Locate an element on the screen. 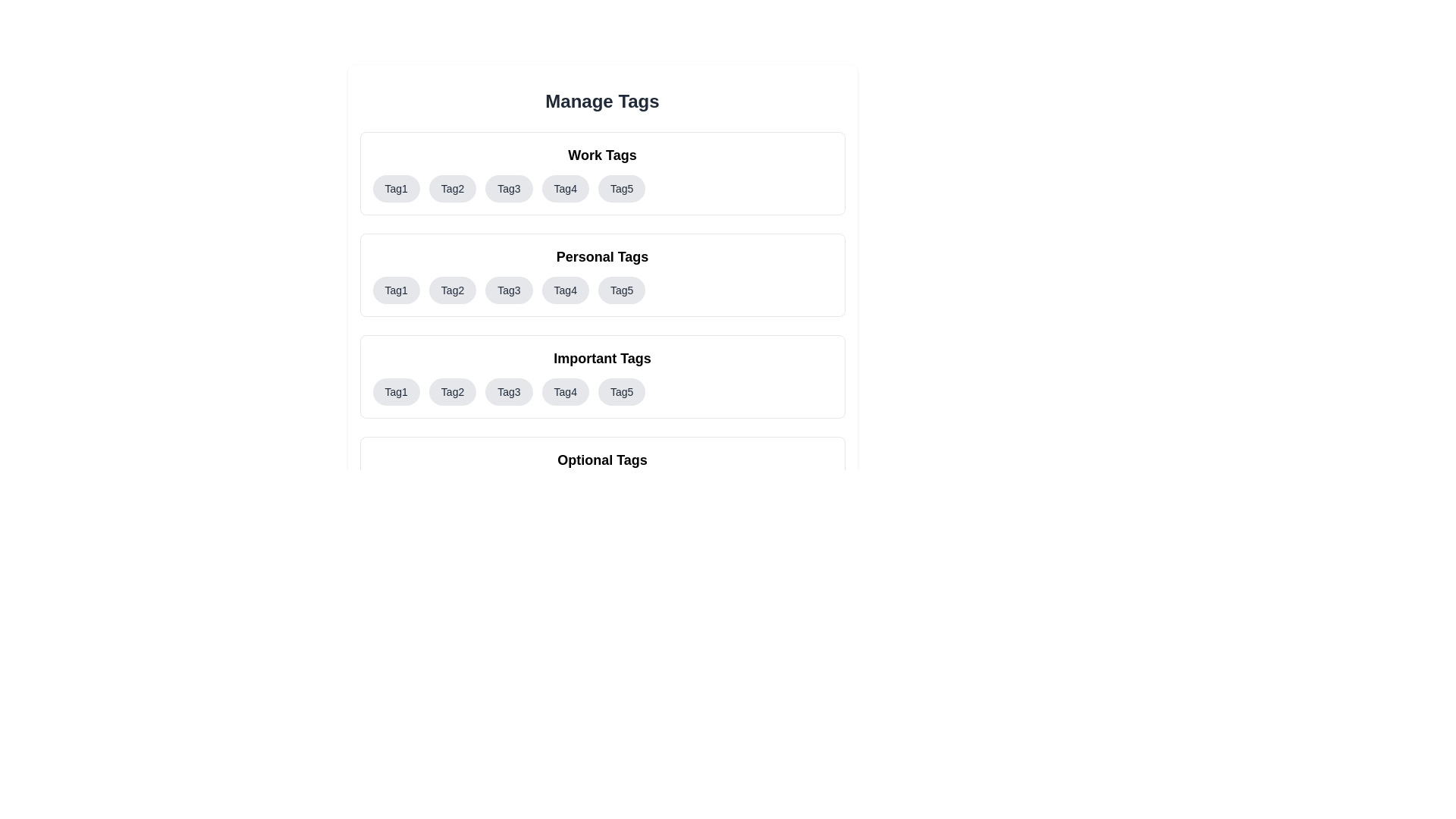  the second tag button labeled 'Tag2' in the 'Personal Tags' section is located at coordinates (452, 290).